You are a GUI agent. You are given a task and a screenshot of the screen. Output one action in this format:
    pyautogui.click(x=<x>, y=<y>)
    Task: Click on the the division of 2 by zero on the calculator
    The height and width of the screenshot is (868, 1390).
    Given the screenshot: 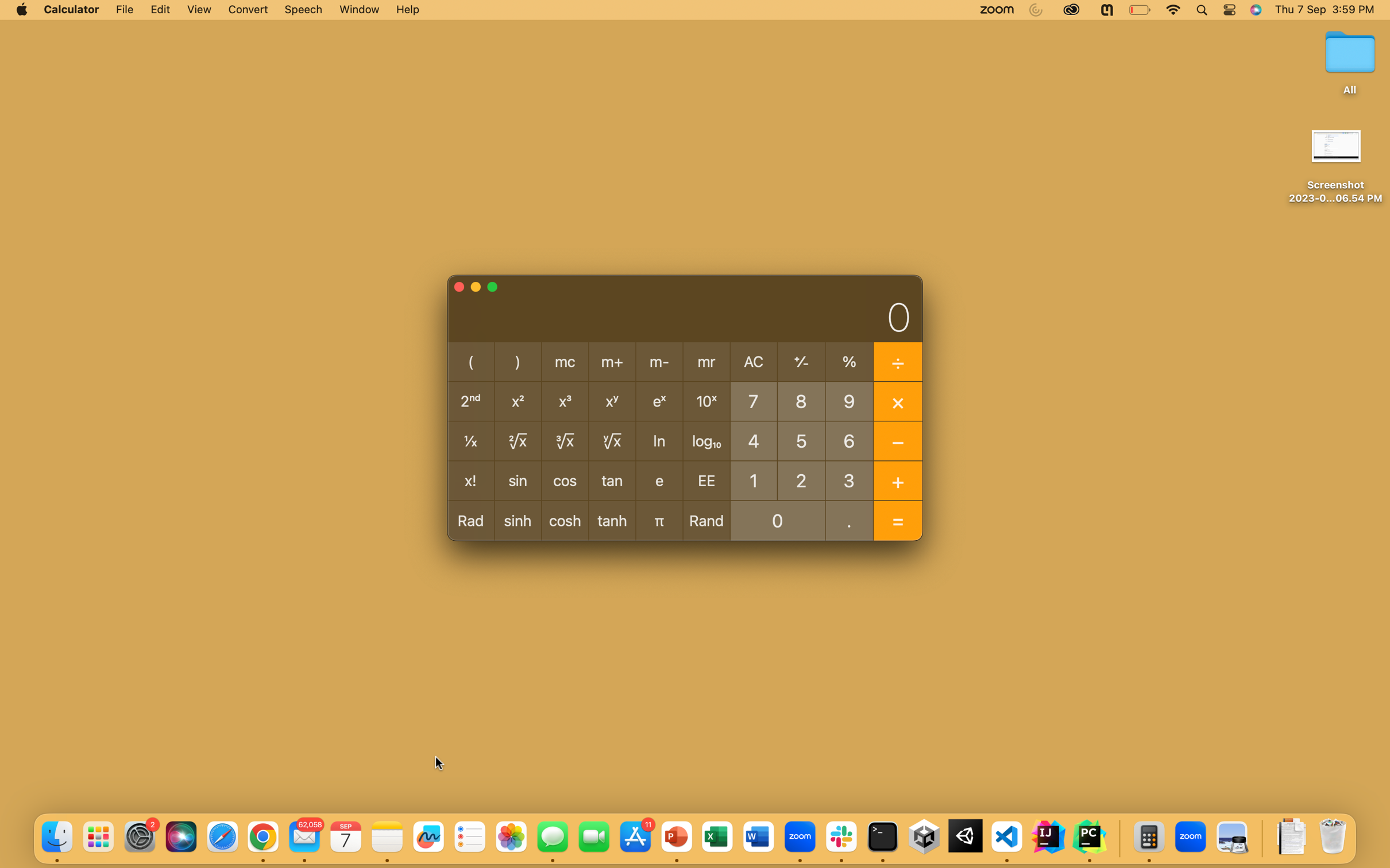 What is the action you would take?
    pyautogui.click(x=801, y=479)
    